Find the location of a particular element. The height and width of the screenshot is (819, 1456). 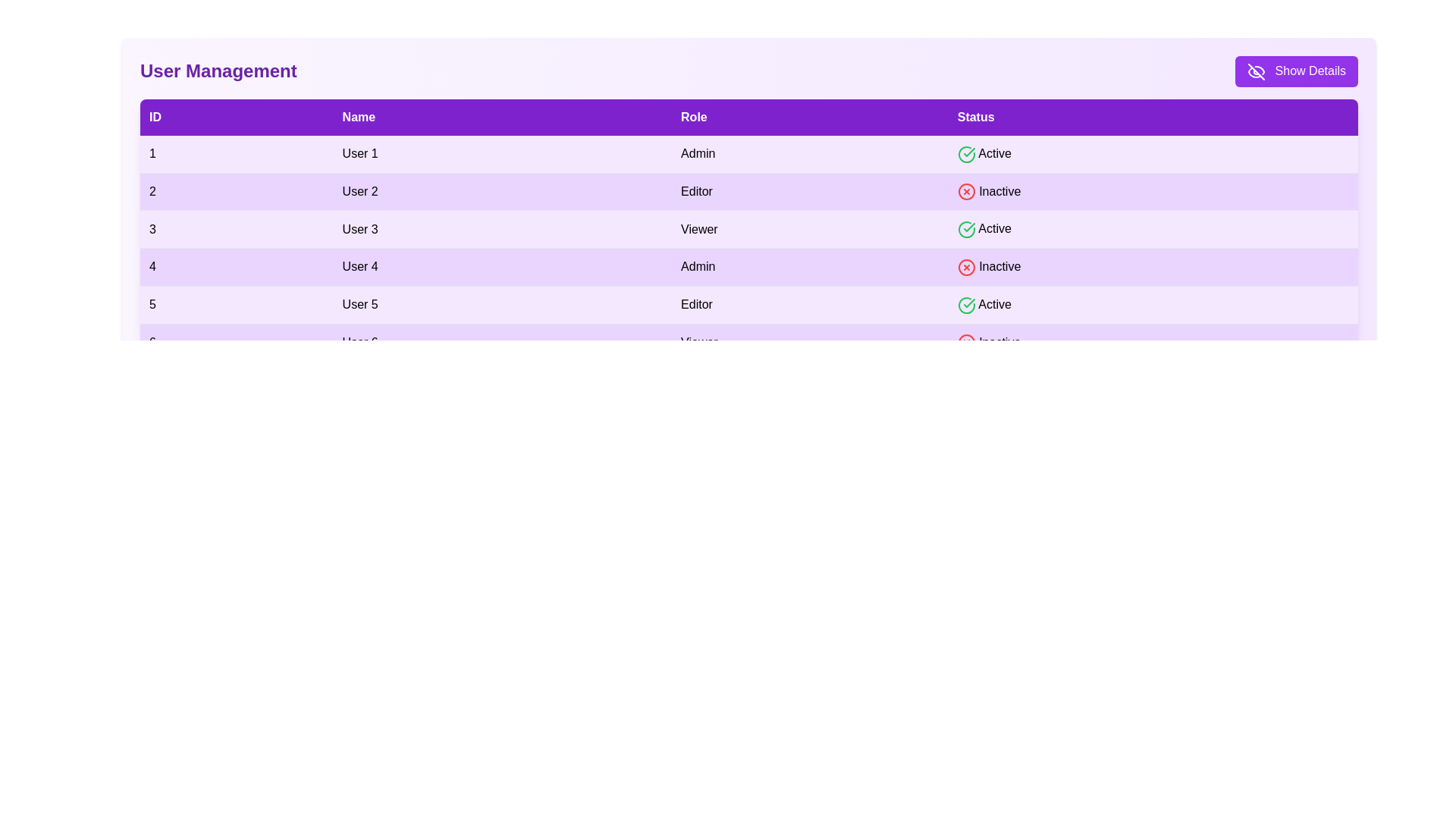

the ID header to sort the table by that column is located at coordinates (236, 116).